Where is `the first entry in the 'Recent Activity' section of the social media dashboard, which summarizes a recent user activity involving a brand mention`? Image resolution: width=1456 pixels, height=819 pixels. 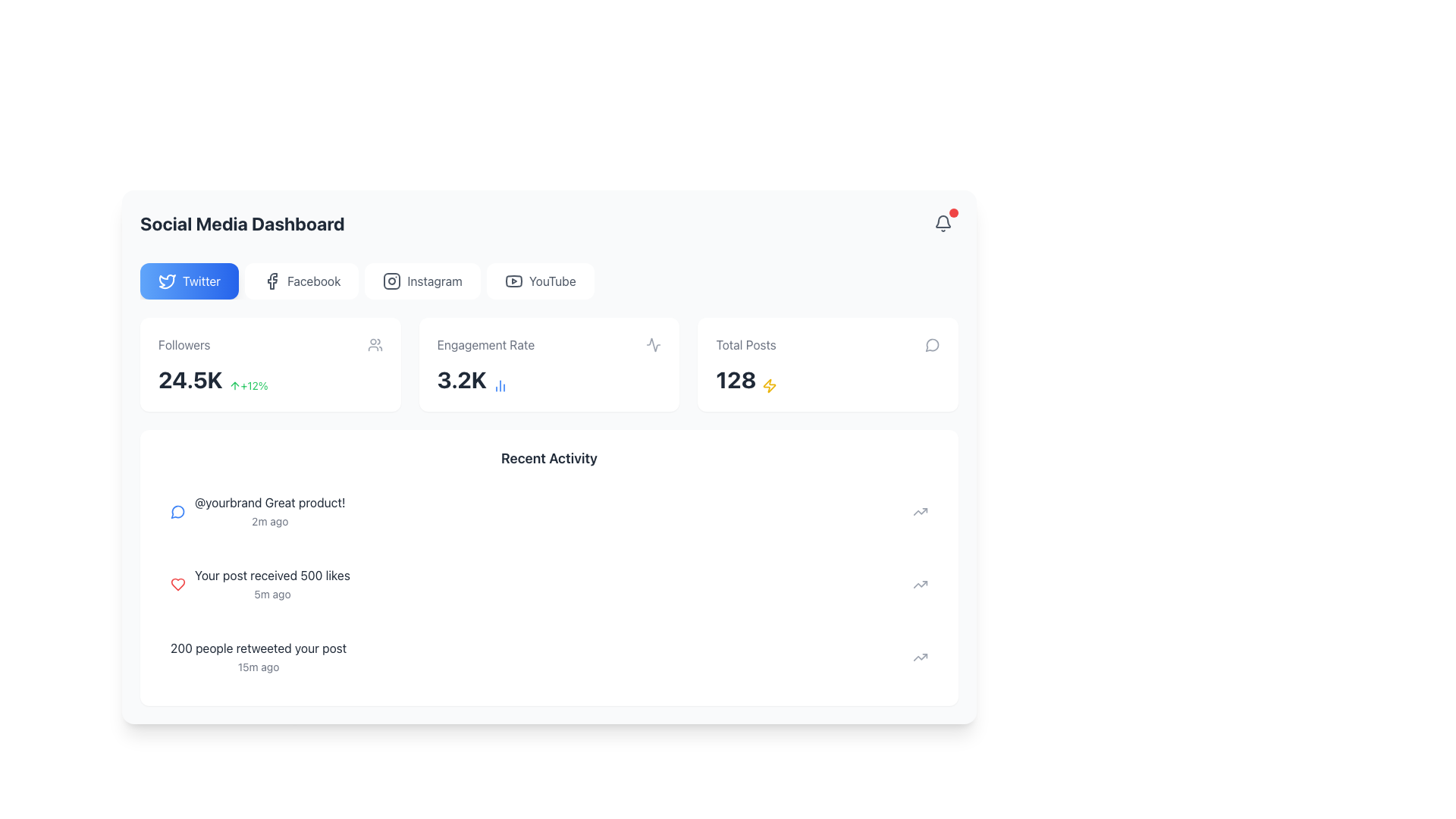
the first entry in the 'Recent Activity' section of the social media dashboard, which summarizes a recent user activity involving a brand mention is located at coordinates (258, 512).